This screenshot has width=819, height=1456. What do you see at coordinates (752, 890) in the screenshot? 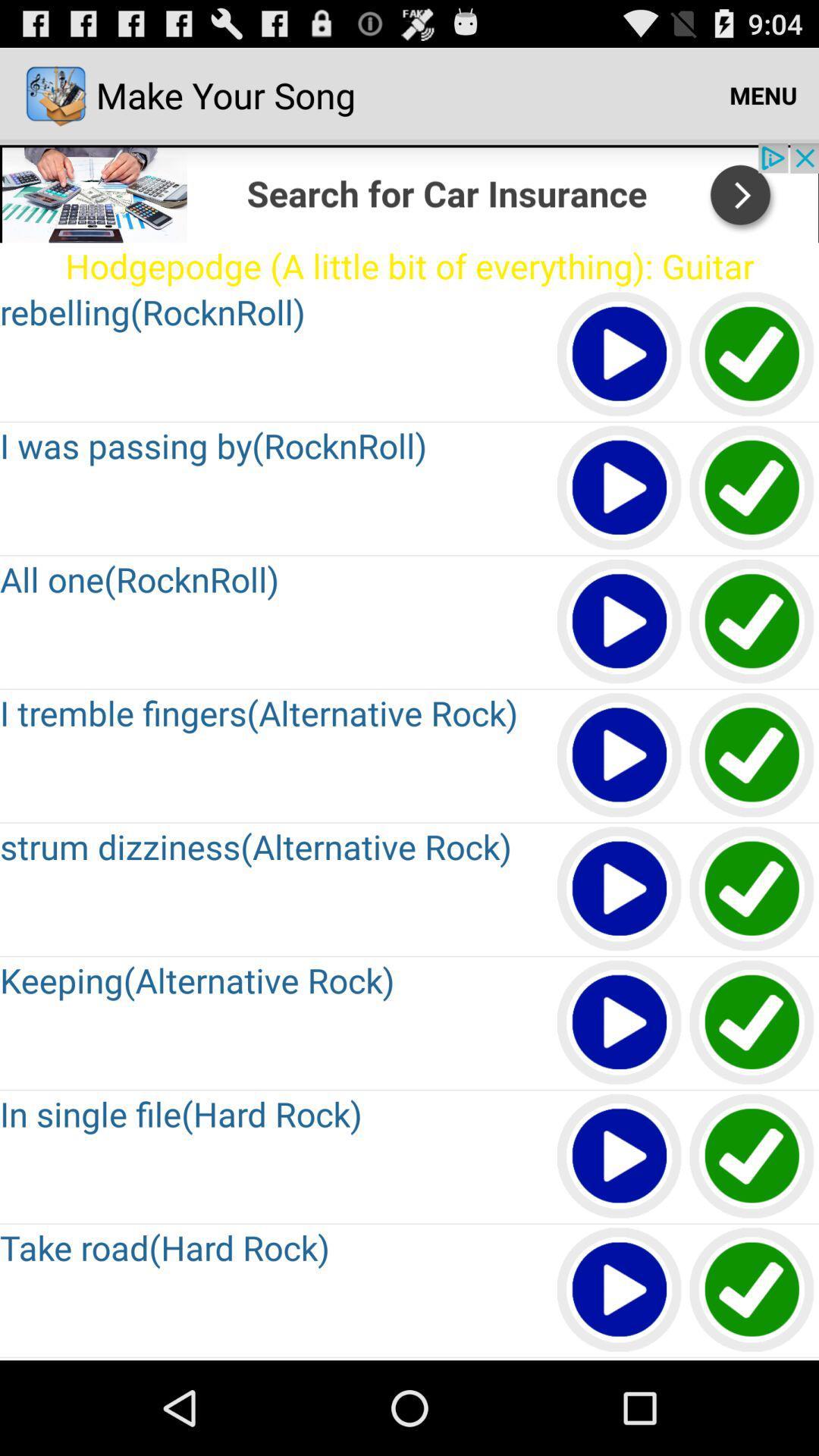
I see `include this selection` at bounding box center [752, 890].